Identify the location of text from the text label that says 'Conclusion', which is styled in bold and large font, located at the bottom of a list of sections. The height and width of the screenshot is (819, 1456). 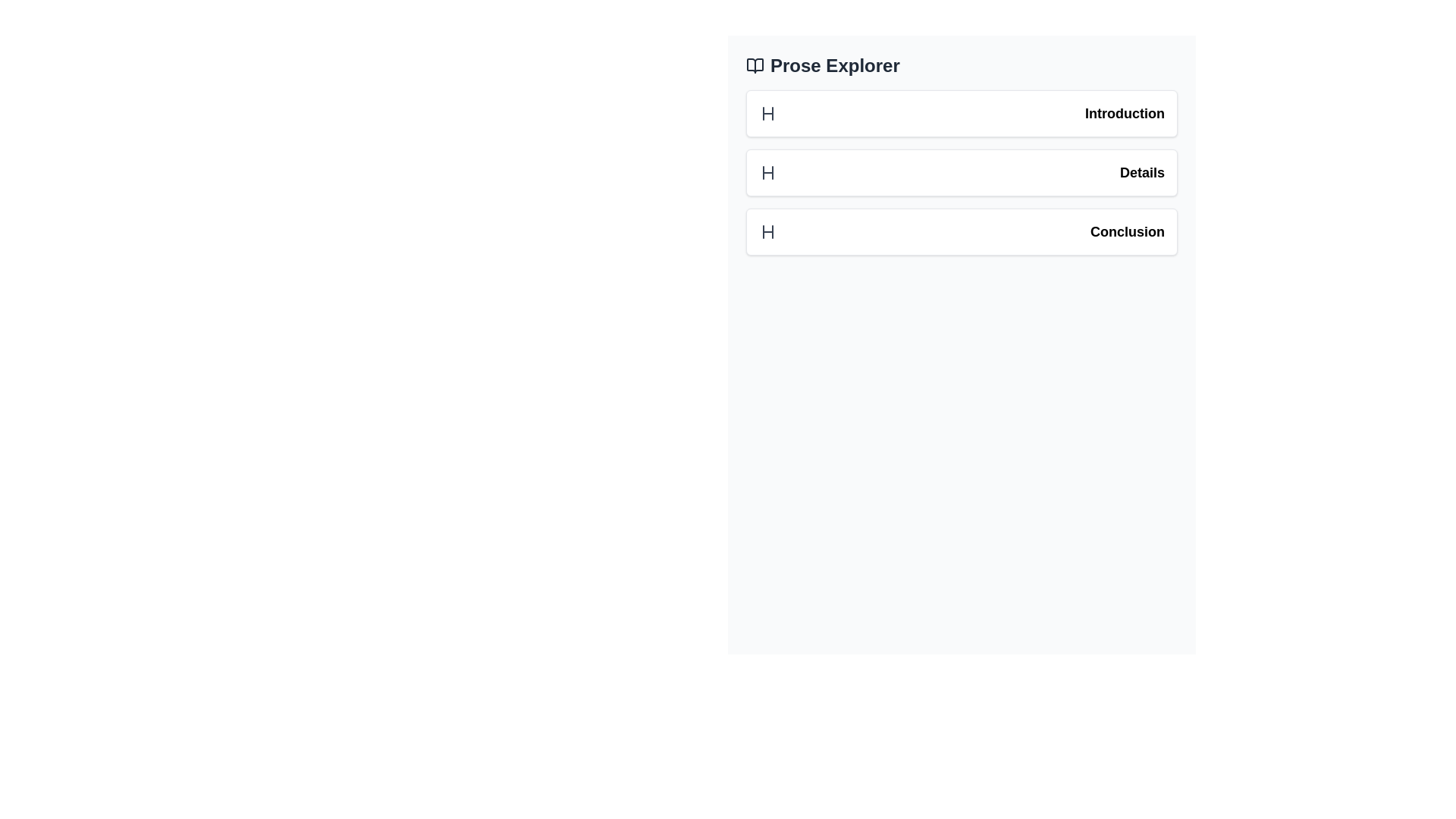
(1128, 231).